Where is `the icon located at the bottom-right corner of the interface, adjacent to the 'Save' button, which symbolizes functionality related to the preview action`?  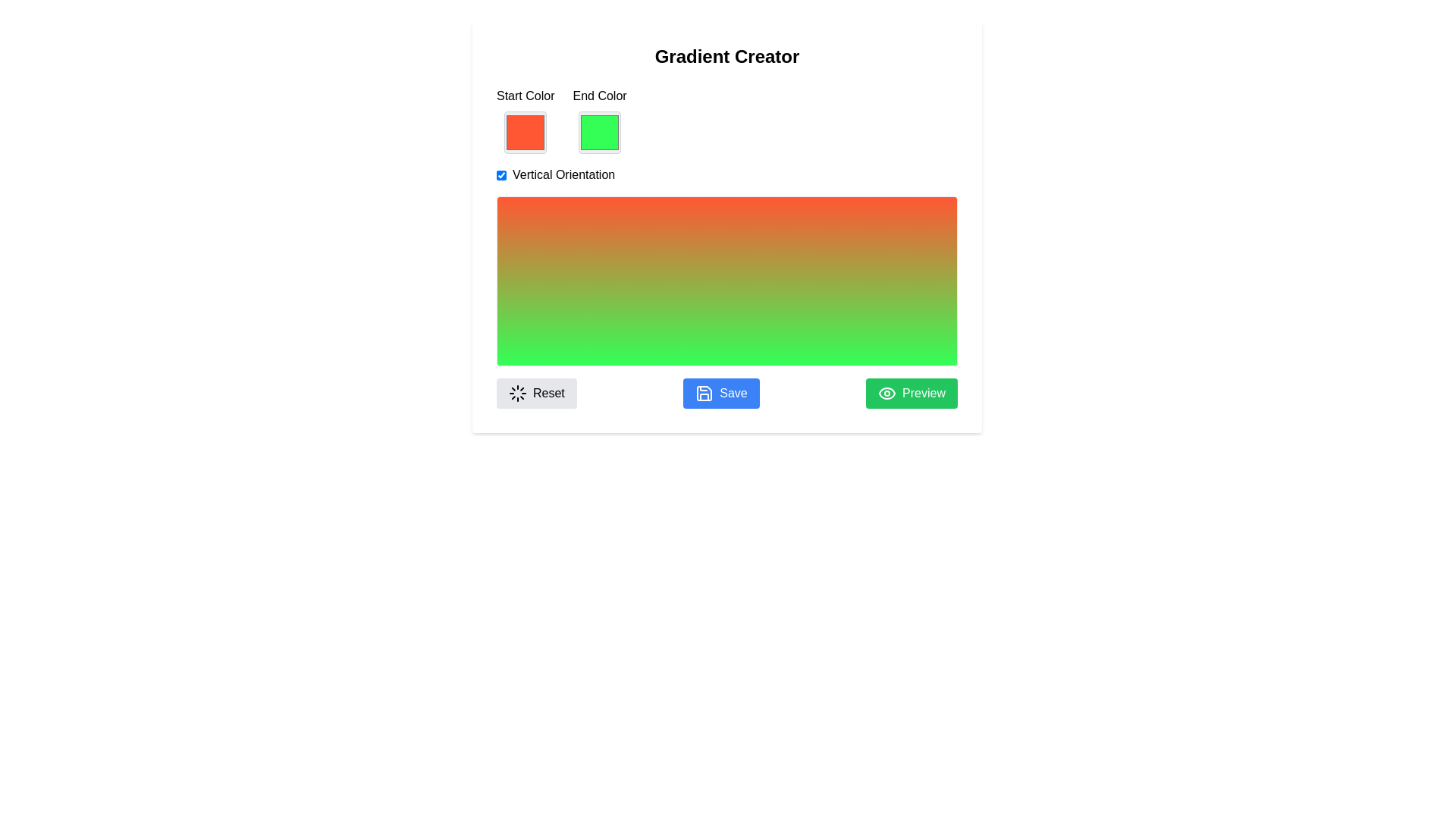 the icon located at the bottom-right corner of the interface, adjacent to the 'Save' button, which symbolizes functionality related to the preview action is located at coordinates (887, 393).